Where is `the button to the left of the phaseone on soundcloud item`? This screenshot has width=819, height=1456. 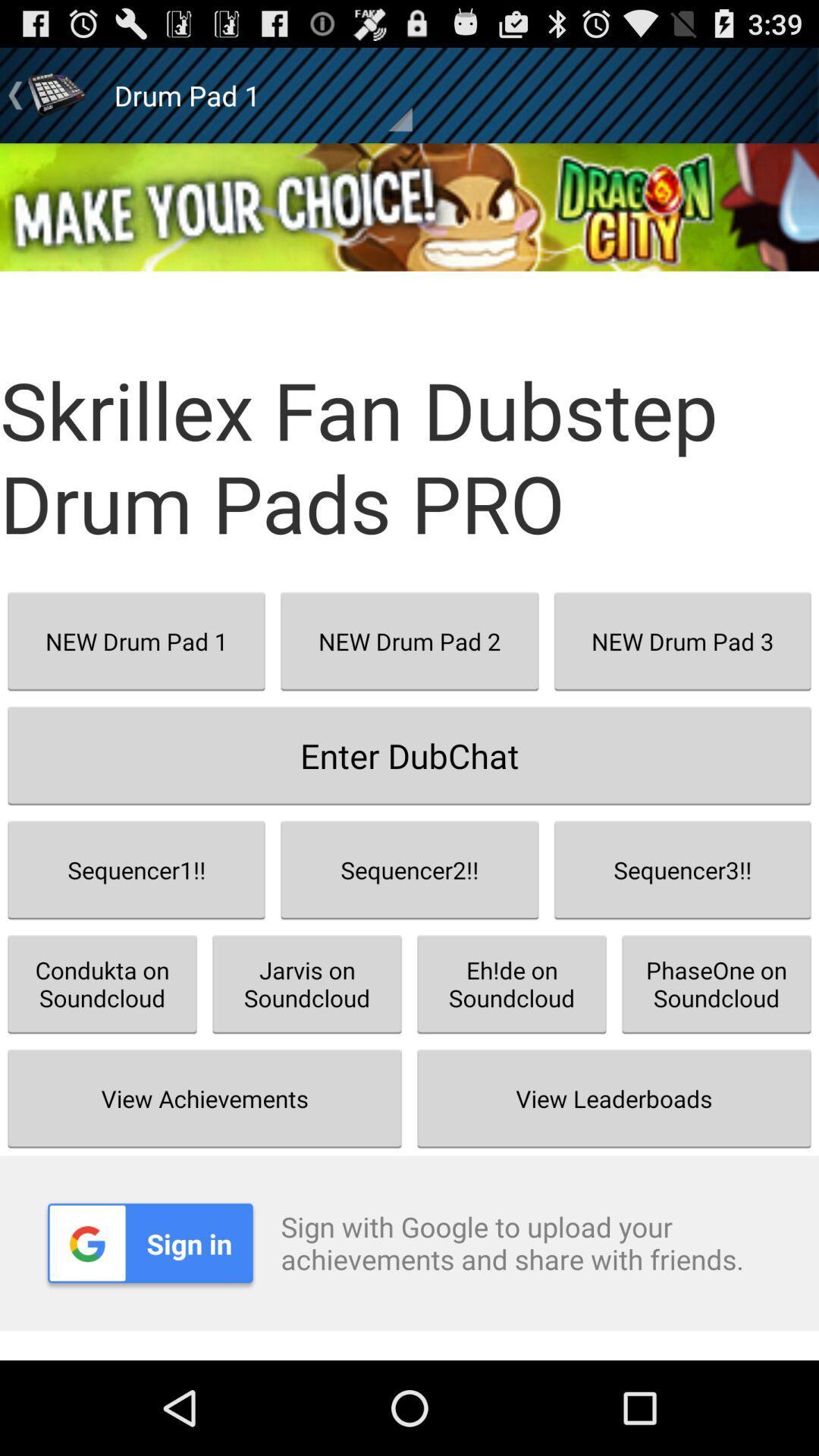
the button to the left of the phaseone on soundcloud item is located at coordinates (512, 984).